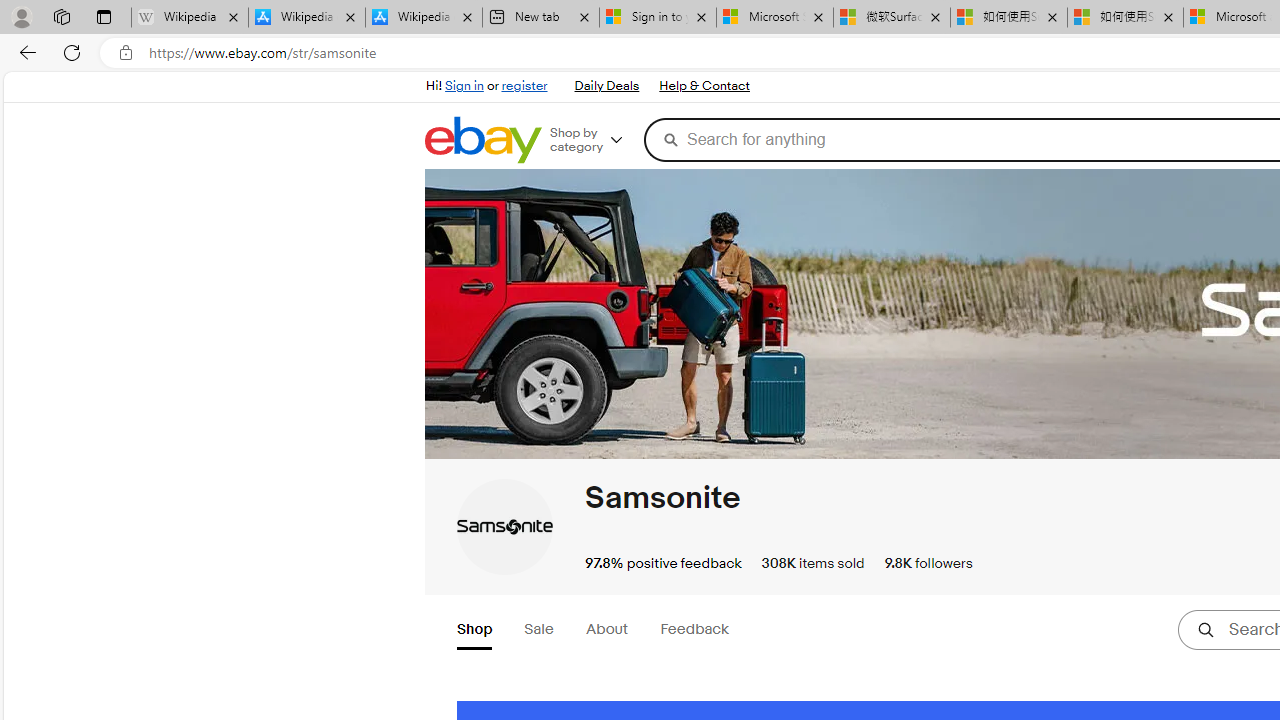 Image resolution: width=1280 pixels, height=720 pixels. What do you see at coordinates (538, 630) in the screenshot?
I see `'Sale'` at bounding box center [538, 630].